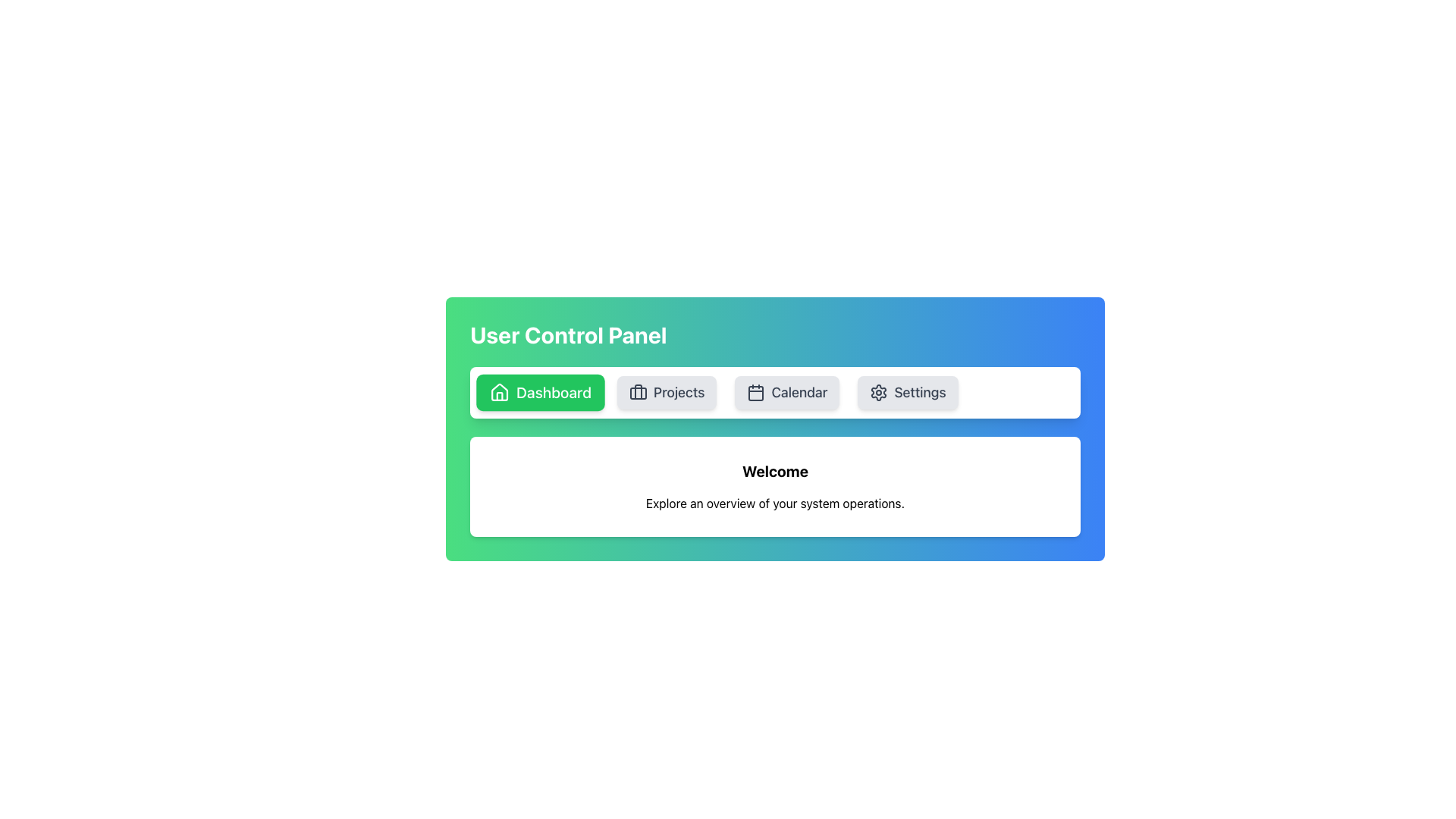 This screenshot has height=819, width=1456. I want to click on the calendar icon in the third position of the horizontal navigation menu, located between the 'Projects' and 'Settings' icons, so click(756, 391).